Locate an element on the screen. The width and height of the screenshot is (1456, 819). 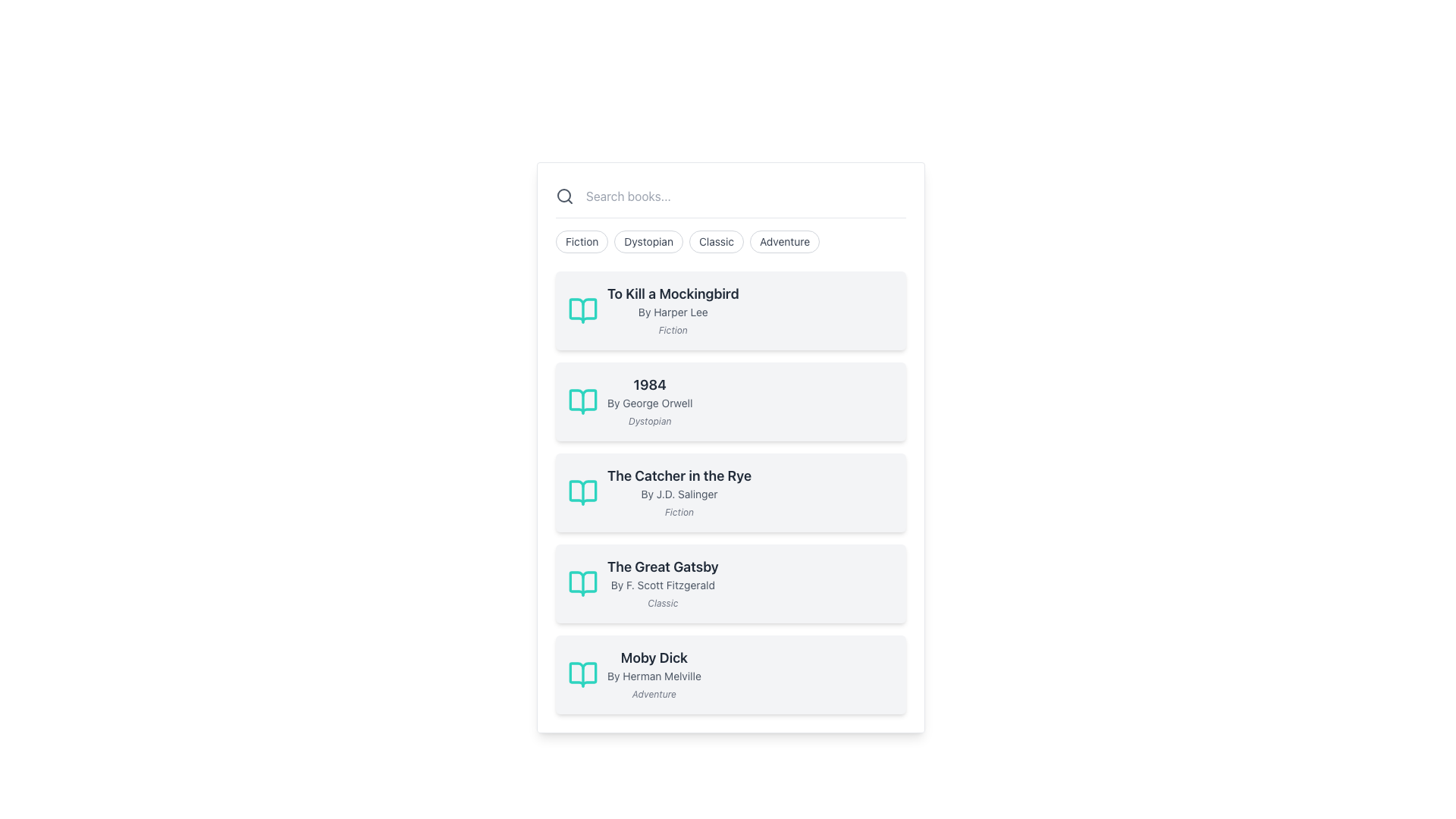
the stylized turquoise outlined book icon representing the book '1984', which is located in the left side of a card-like area near the accompanying text is located at coordinates (582, 400).